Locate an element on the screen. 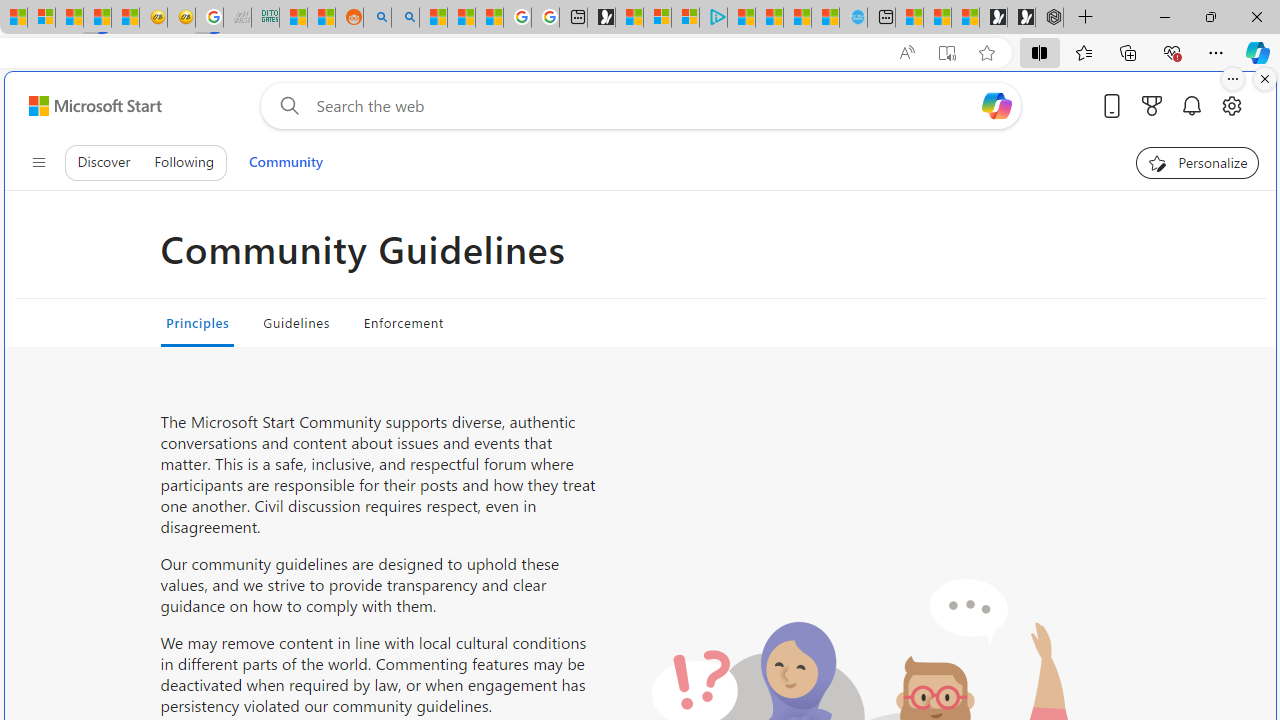 This screenshot has width=1280, height=720. 'Play Free Online Games | Games from Microsoft Start' is located at coordinates (1021, 17).